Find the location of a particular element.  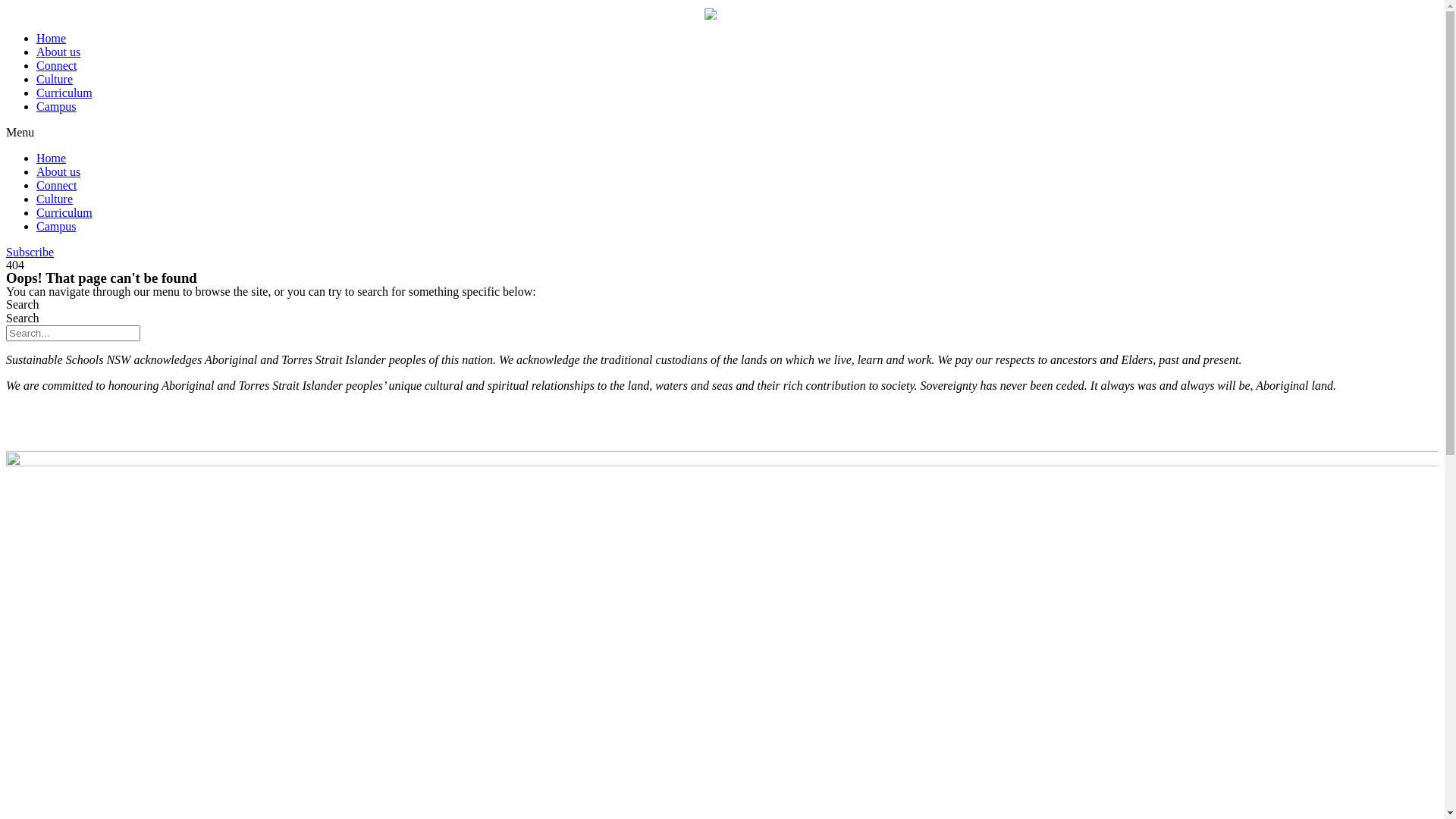

'About us' is located at coordinates (58, 171).